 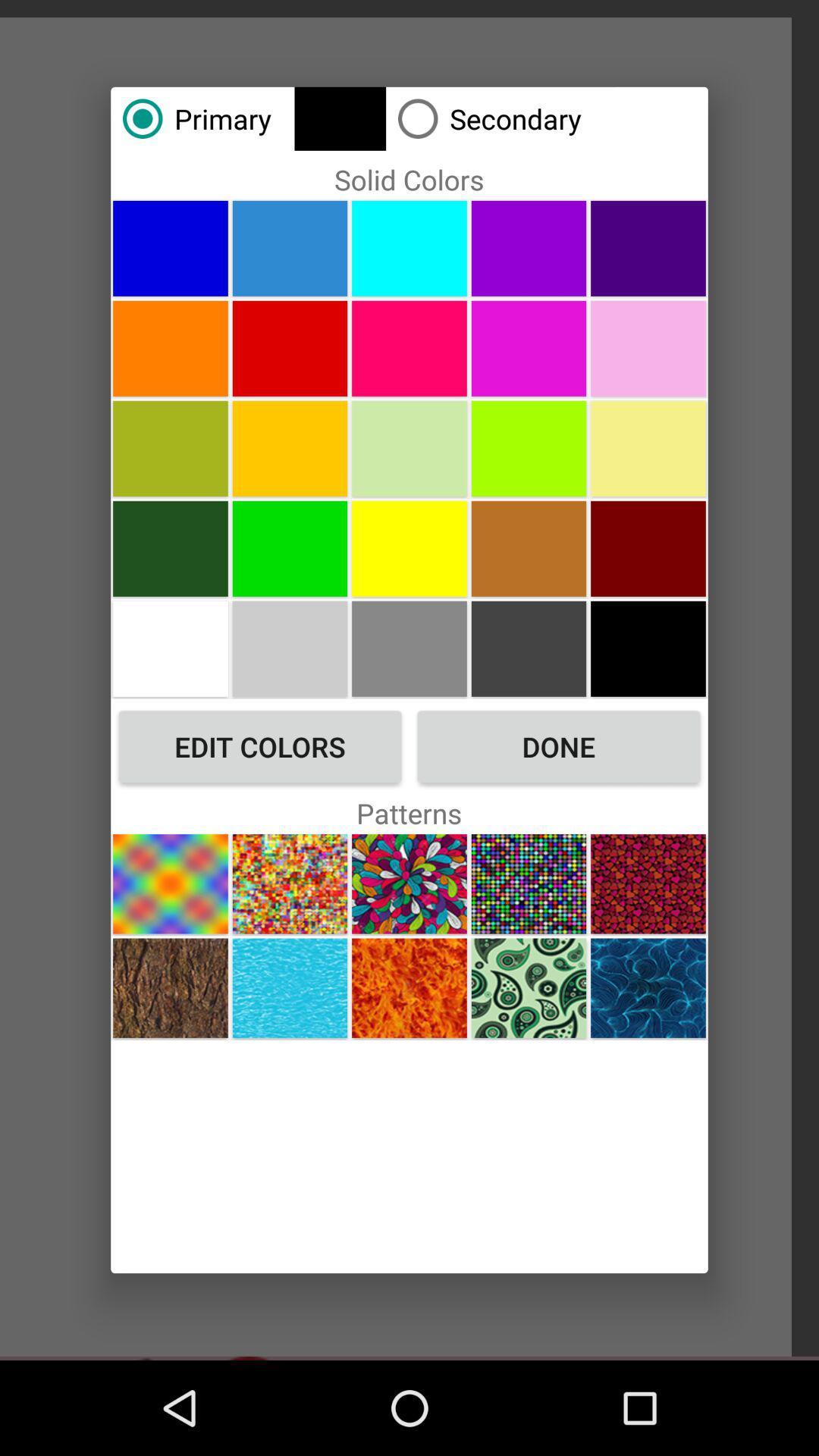 What do you see at coordinates (528, 347) in the screenshot?
I see `choose ultraviolet color` at bounding box center [528, 347].